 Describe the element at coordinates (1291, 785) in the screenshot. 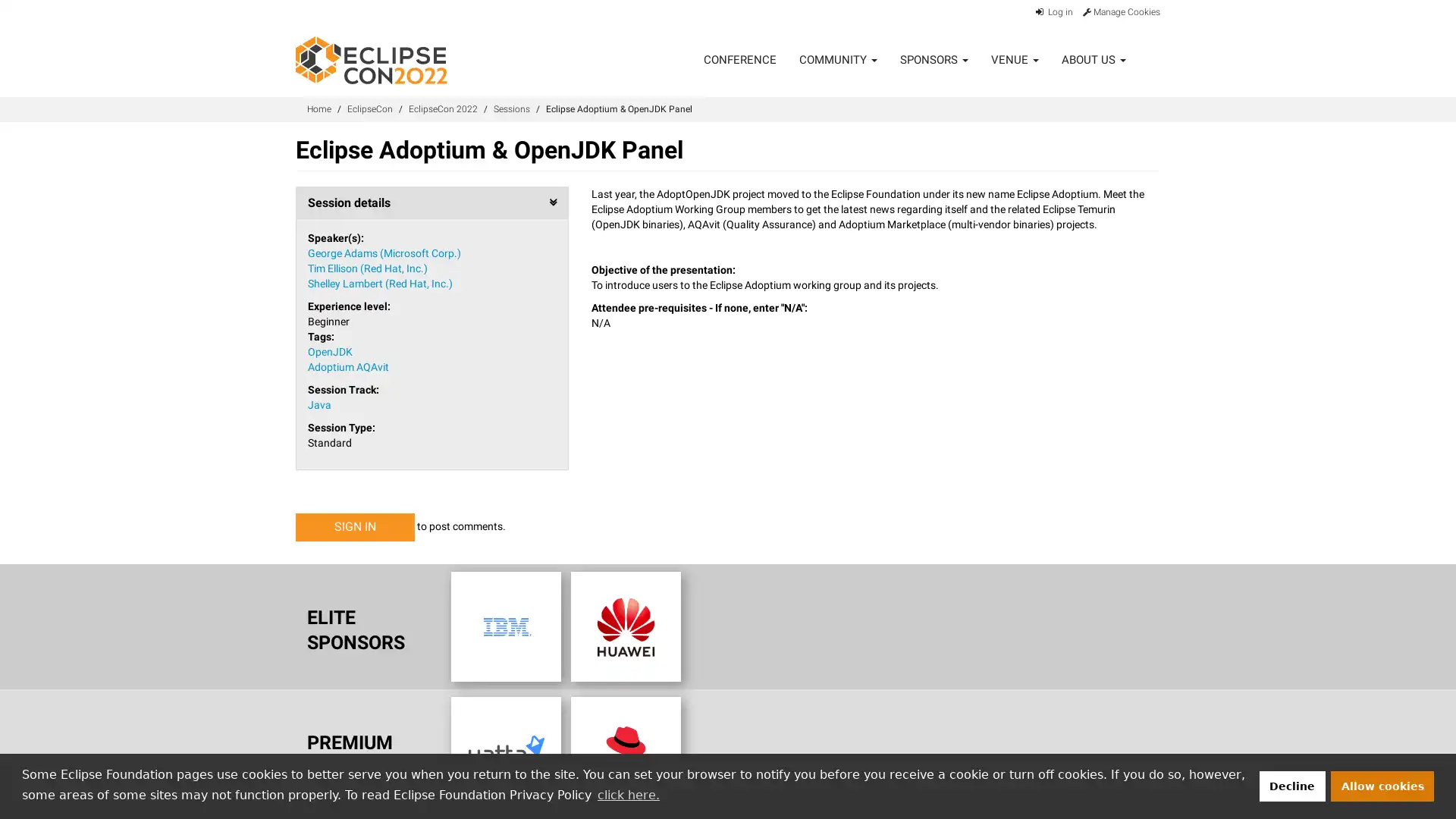

I see `deny cookies` at that location.